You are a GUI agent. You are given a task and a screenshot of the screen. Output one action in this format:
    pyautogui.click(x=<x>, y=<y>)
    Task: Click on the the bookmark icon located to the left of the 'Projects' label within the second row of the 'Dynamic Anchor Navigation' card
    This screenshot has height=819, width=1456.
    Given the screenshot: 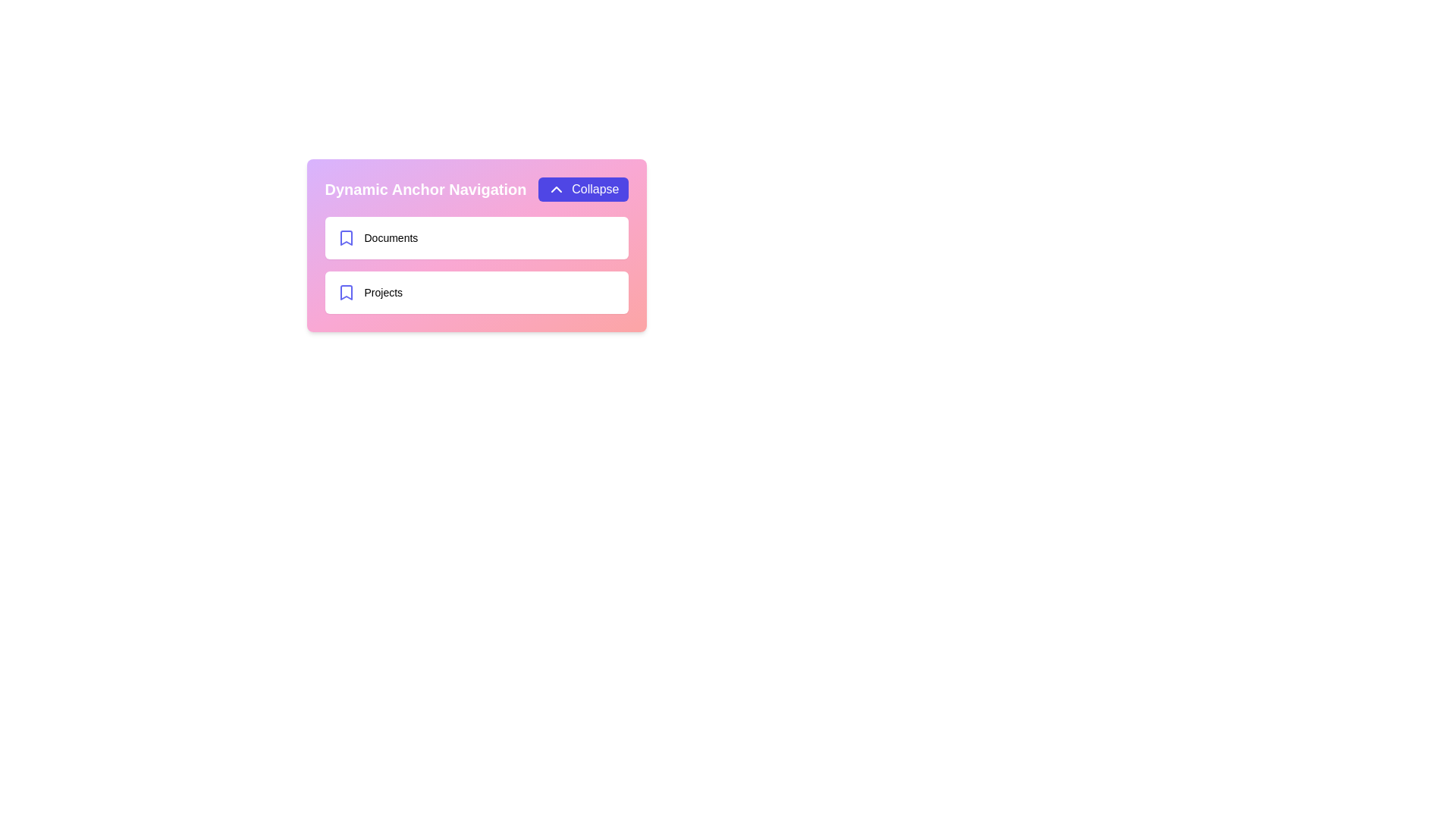 What is the action you would take?
    pyautogui.click(x=345, y=237)
    